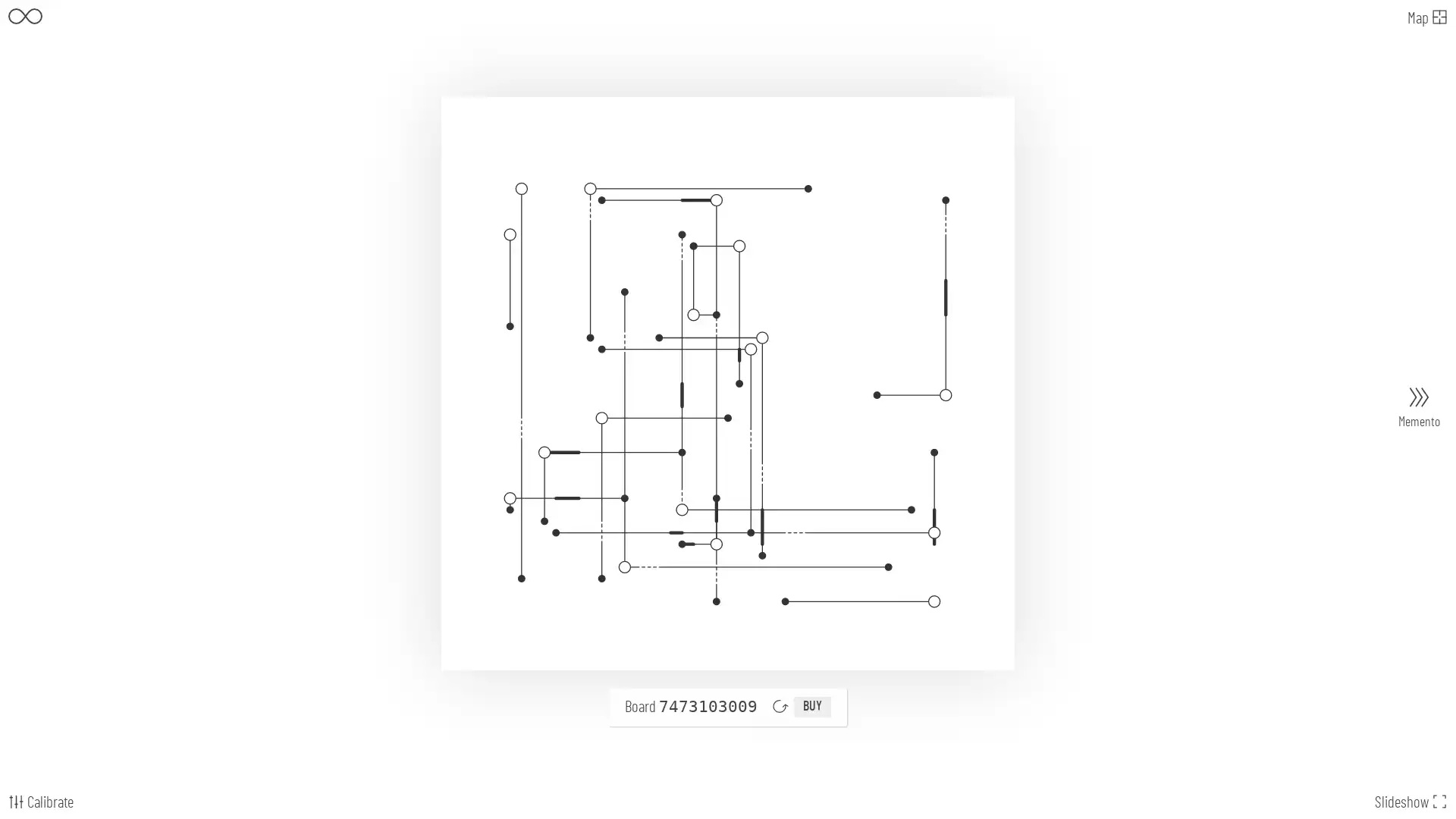  What do you see at coordinates (39, 801) in the screenshot?
I see `Calibrate` at bounding box center [39, 801].